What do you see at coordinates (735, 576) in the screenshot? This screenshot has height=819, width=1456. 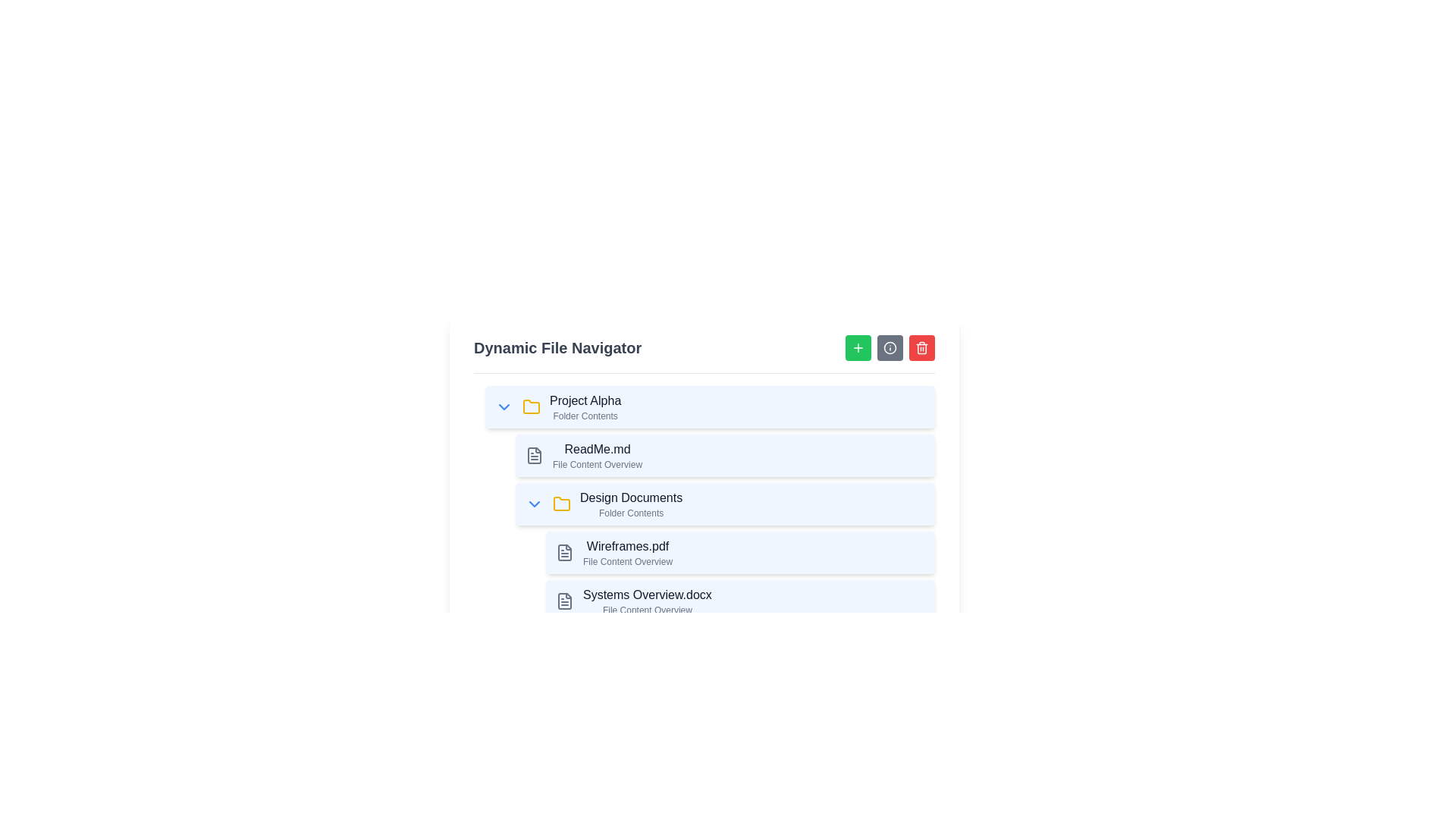 I see `to rearrange or move the file entry in the List group containing file entries, specifically targeting the center point of the element located below the expanded folder labeled 'Design Documents'` at bounding box center [735, 576].